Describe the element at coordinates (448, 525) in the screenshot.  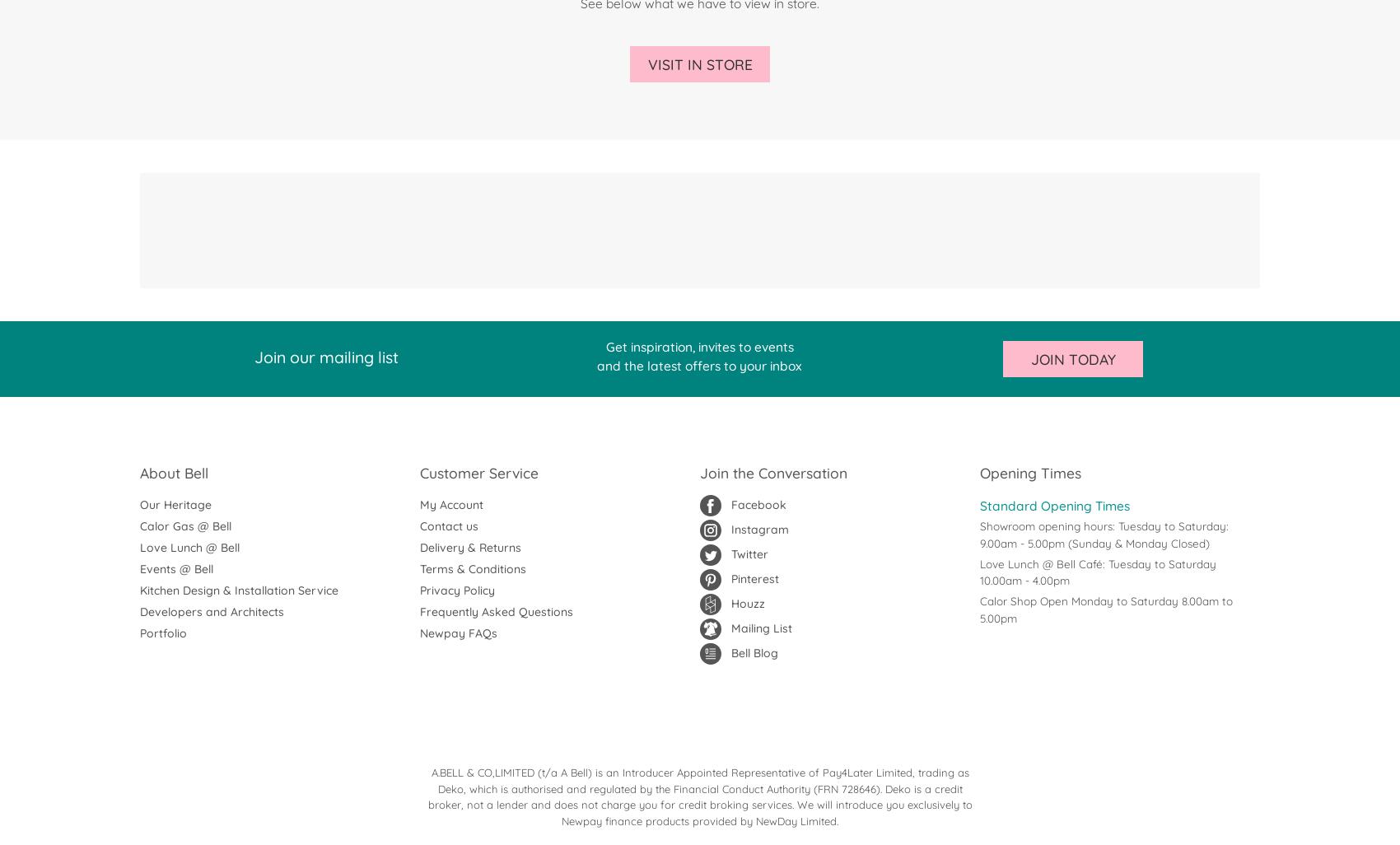
I see `'Contact us'` at that location.